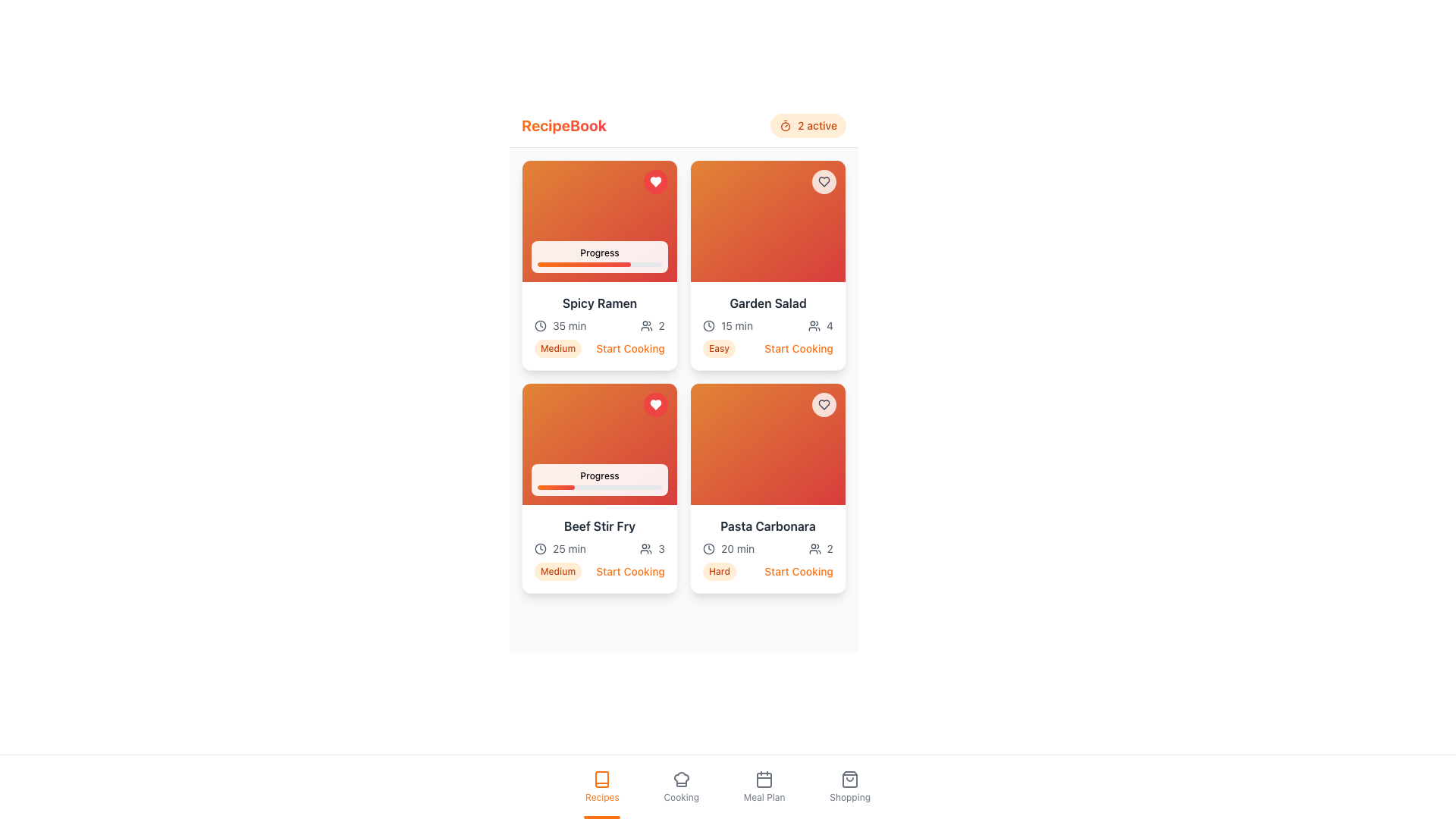 This screenshot has width=1456, height=819. I want to click on the text label displaying '20 min' with the clock icon, located in the bottom right corner of the 'Pasta Carbonara' card, so click(729, 549).